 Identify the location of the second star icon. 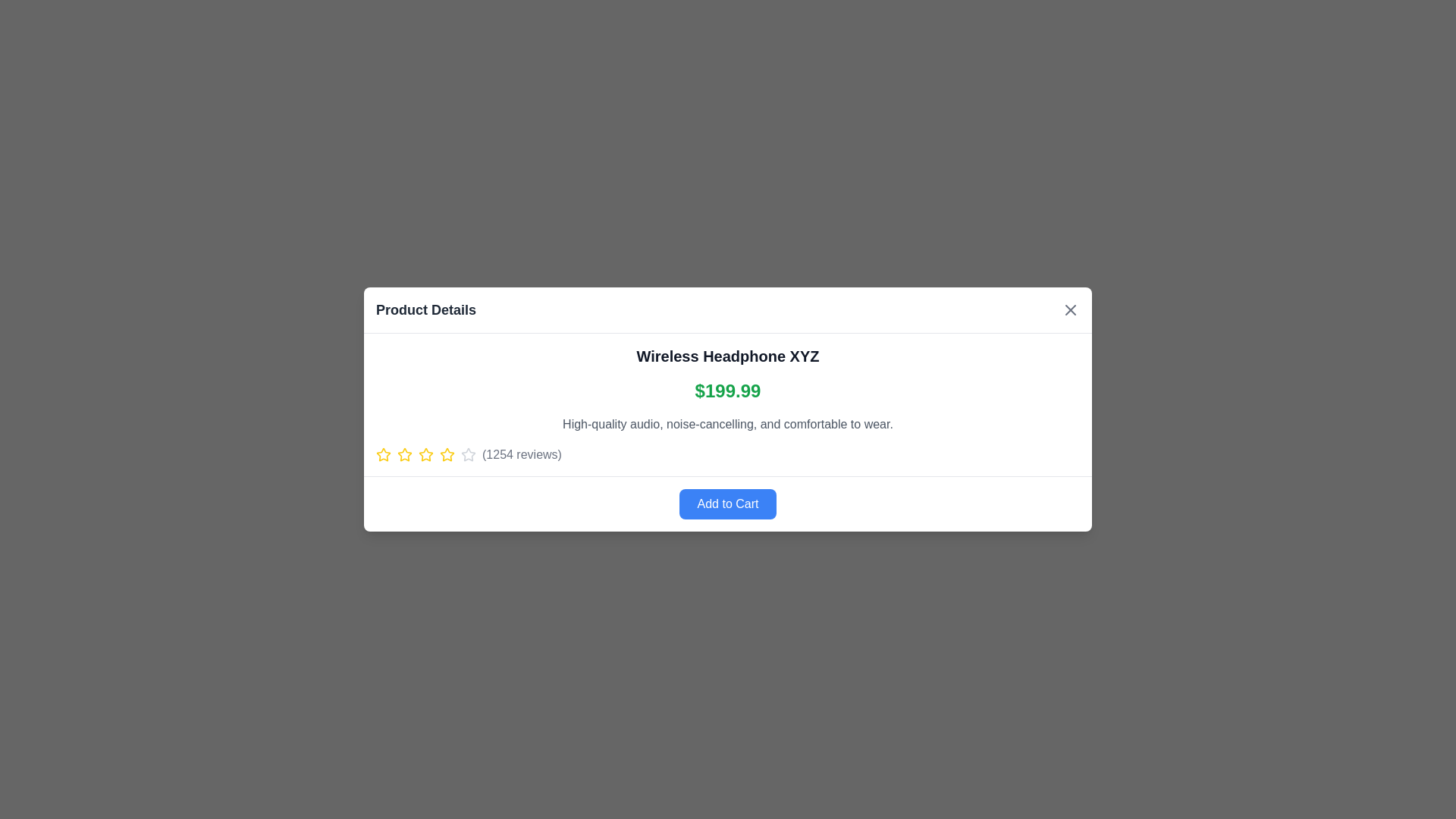
(404, 453).